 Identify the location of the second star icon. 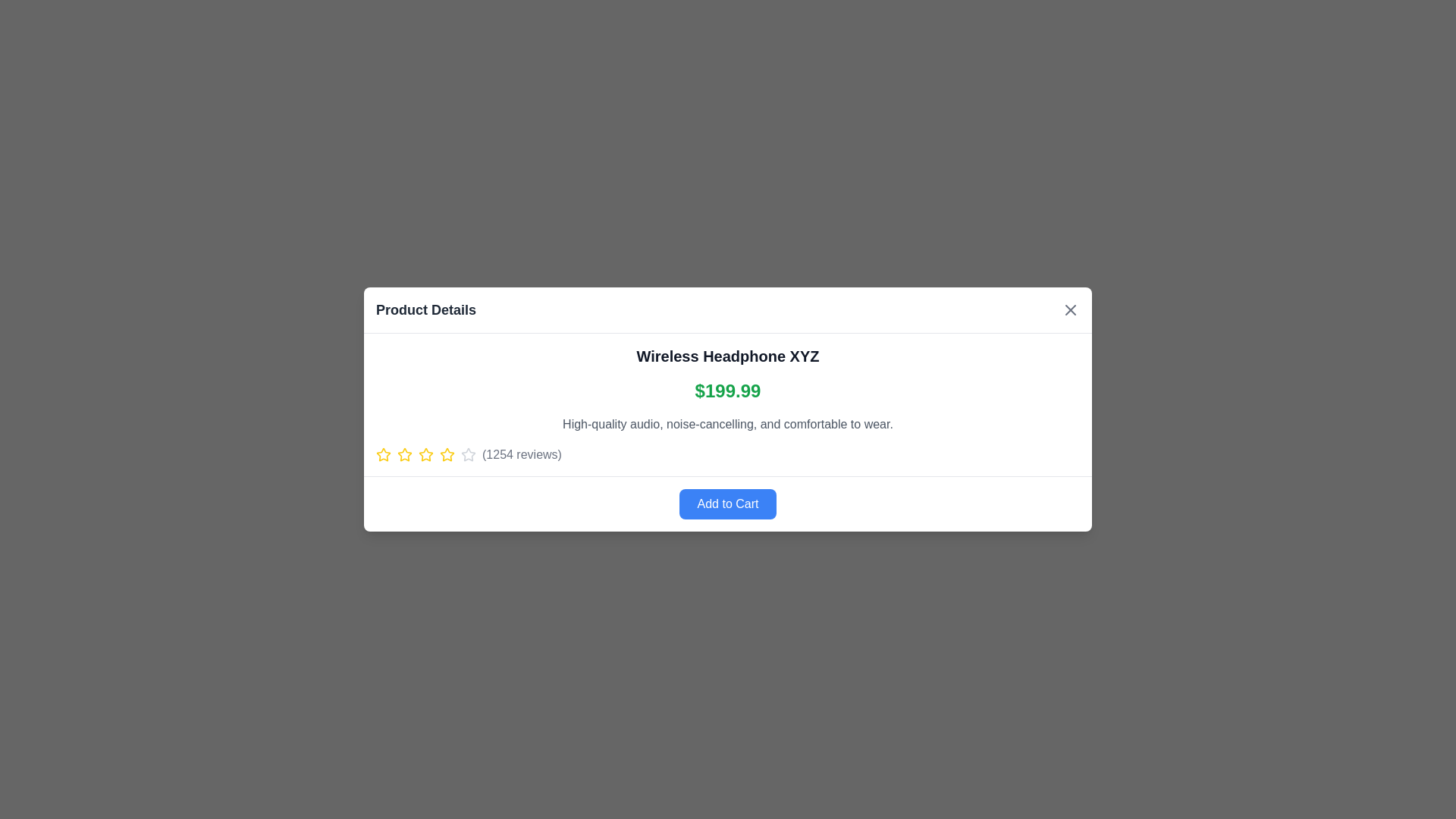
(404, 453).